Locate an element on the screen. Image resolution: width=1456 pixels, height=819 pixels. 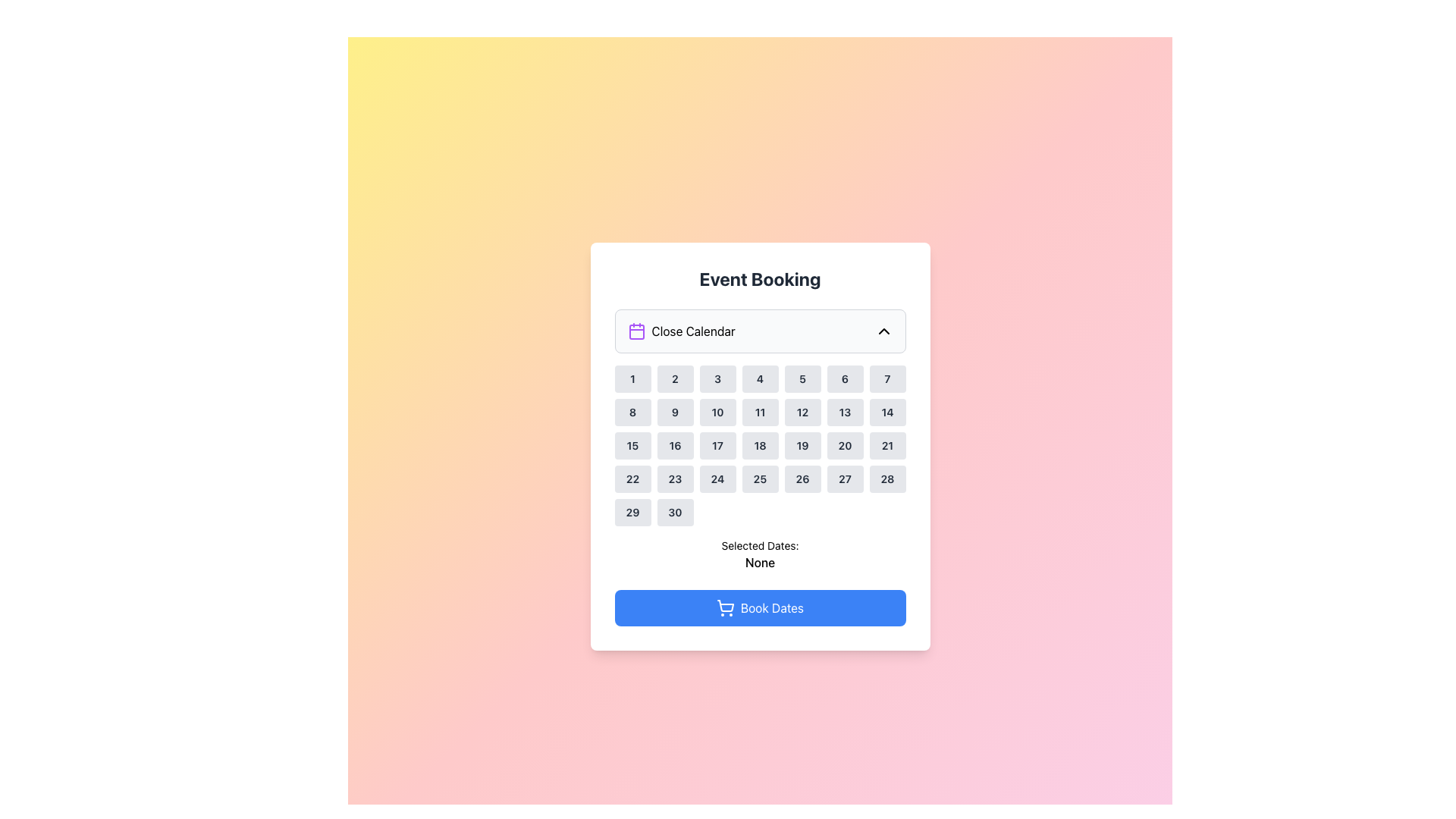
the small, rounded rectangular button labeled '22' located in the 4th row and 1st column of the grid under 'Event Booking' is located at coordinates (632, 479).